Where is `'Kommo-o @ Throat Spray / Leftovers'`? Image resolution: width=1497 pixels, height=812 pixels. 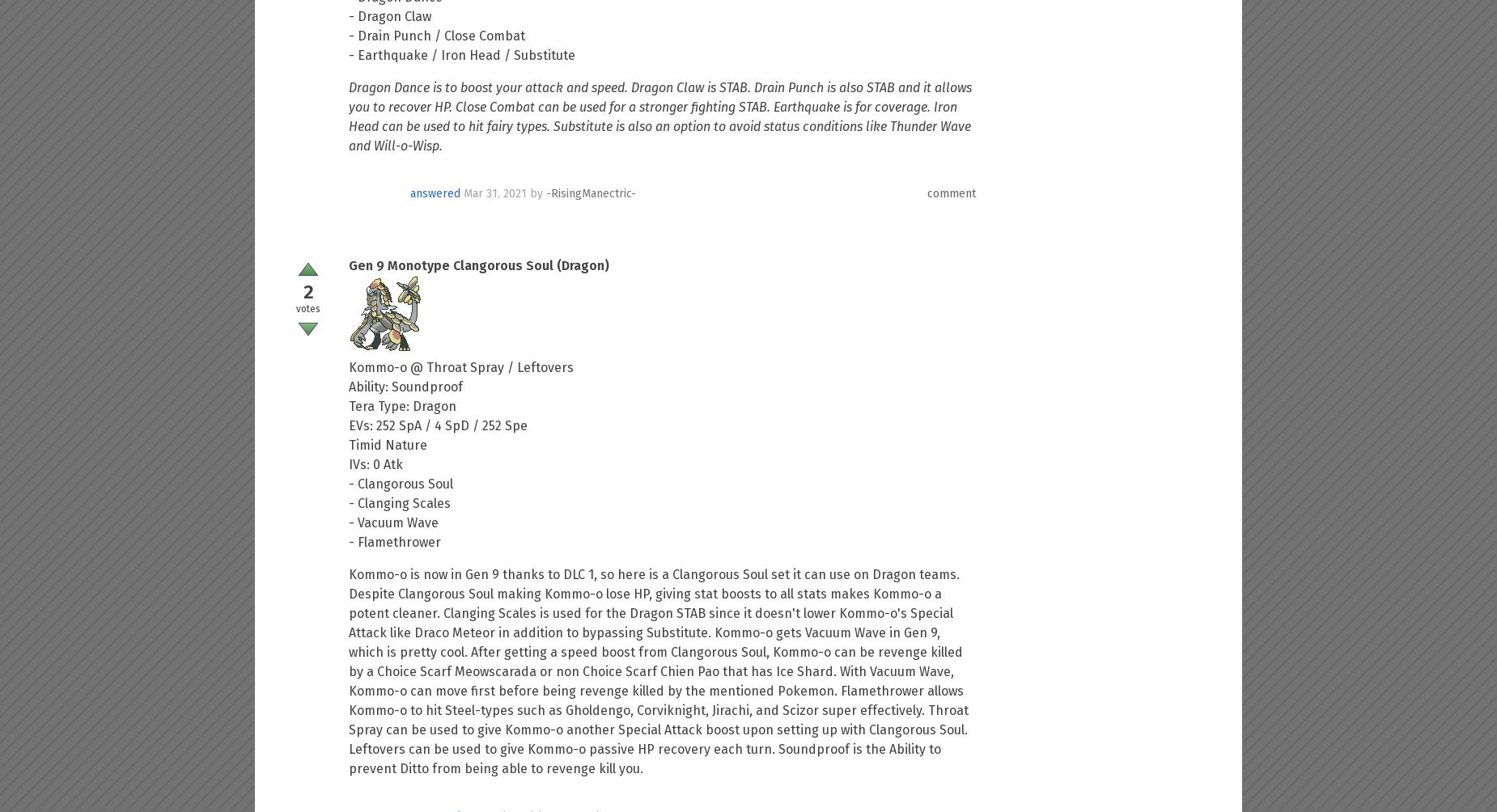
'Kommo-o @ Throat Spray / Leftovers' is located at coordinates (348, 366).